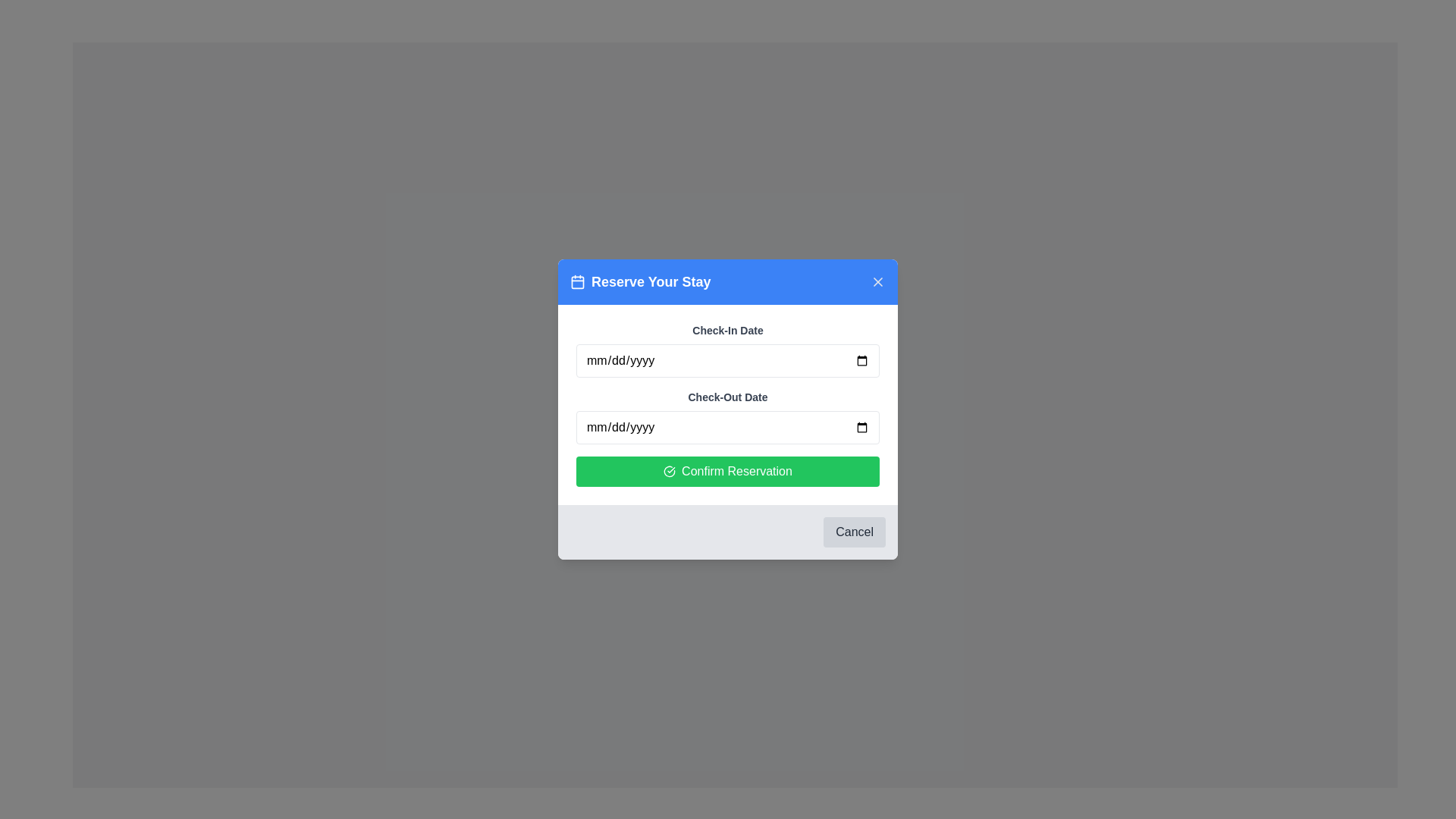 Image resolution: width=1456 pixels, height=819 pixels. I want to click on the icon resembling a diagonal cross ('X') located in the top-right corner of the 'Reserve Your Stay' dialog box, which is part of a button for closing the dialog, so click(877, 281).